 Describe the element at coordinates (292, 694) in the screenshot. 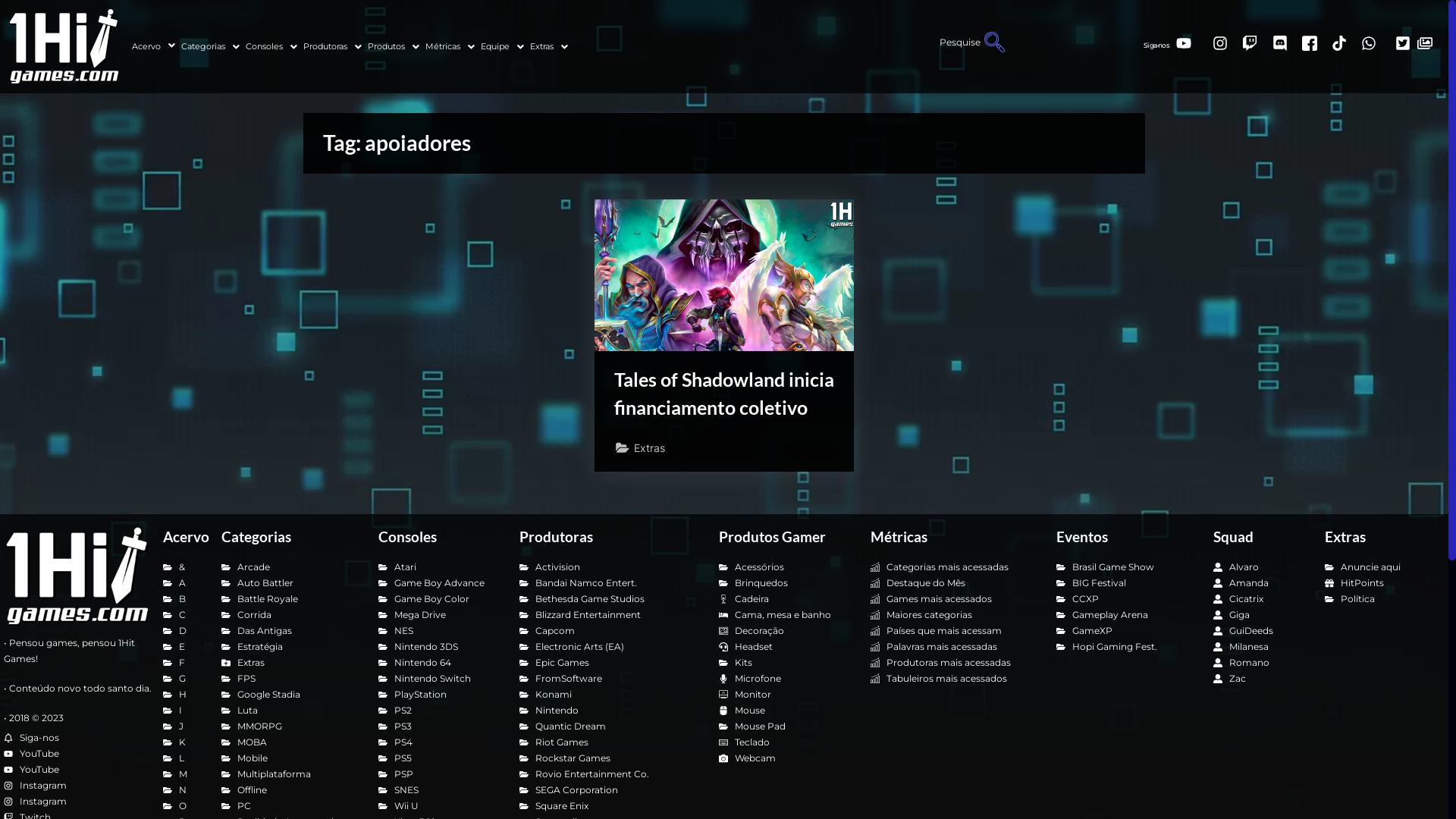

I see `'Google Stadia'` at that location.